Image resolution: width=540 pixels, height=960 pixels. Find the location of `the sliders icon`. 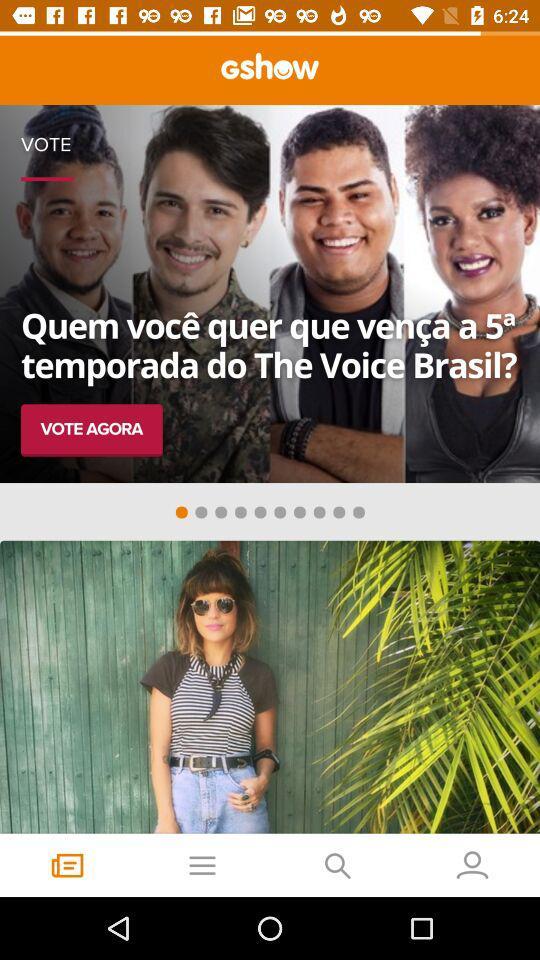

the sliders icon is located at coordinates (270, 68).